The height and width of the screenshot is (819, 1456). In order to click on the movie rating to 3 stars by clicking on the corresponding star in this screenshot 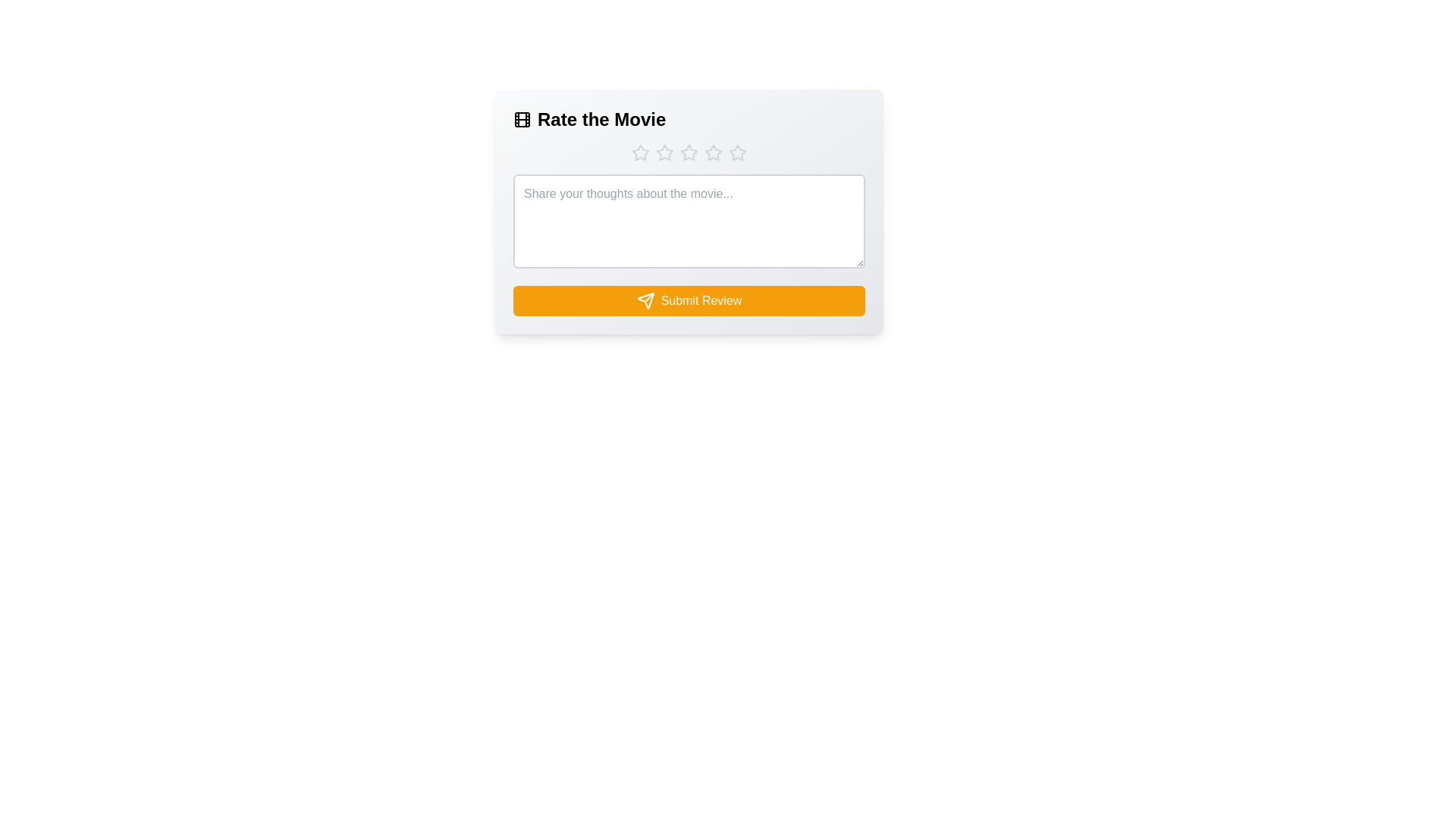, I will do `click(688, 152)`.